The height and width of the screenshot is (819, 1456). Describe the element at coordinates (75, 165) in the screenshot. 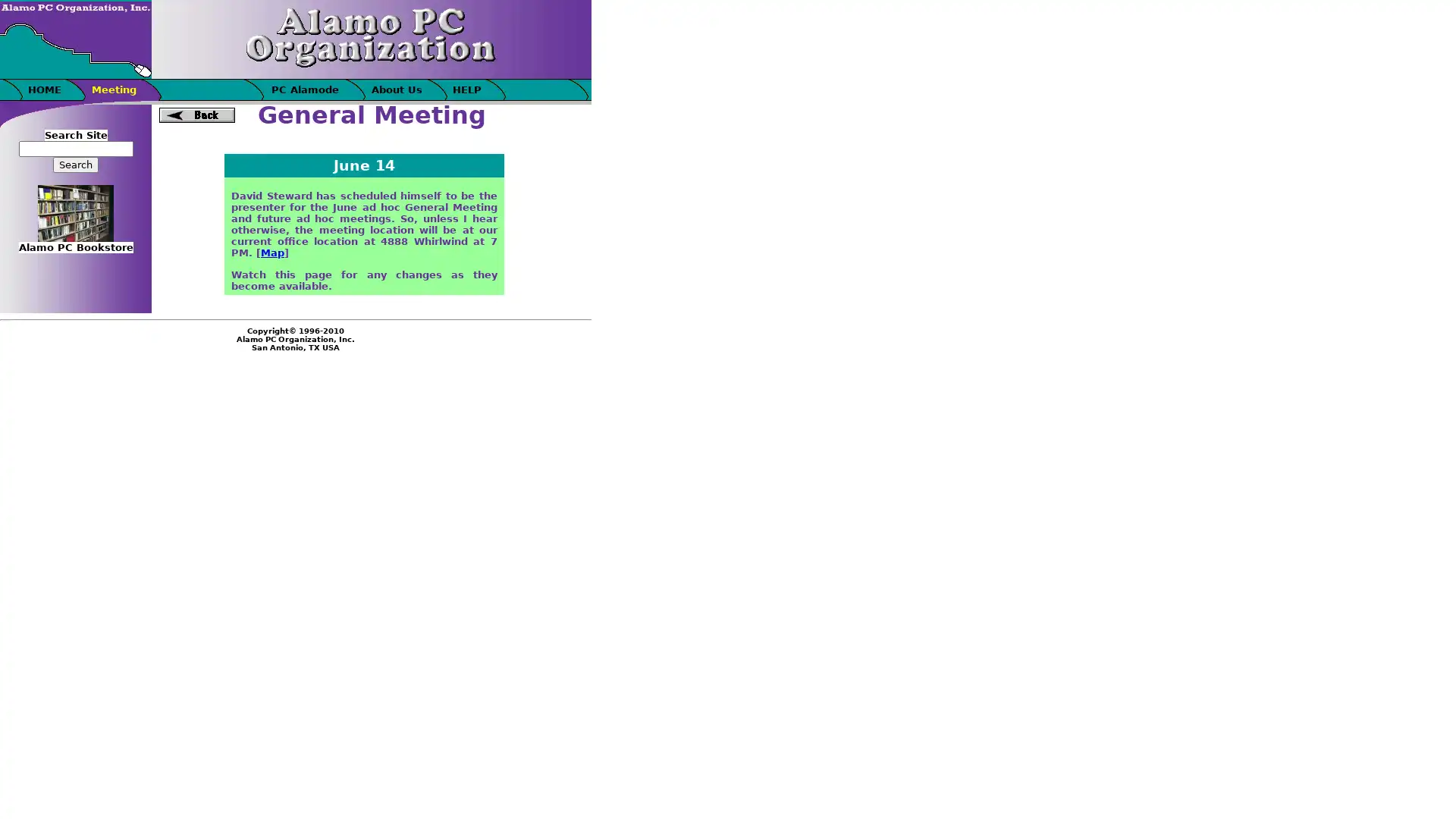

I see `Search` at that location.